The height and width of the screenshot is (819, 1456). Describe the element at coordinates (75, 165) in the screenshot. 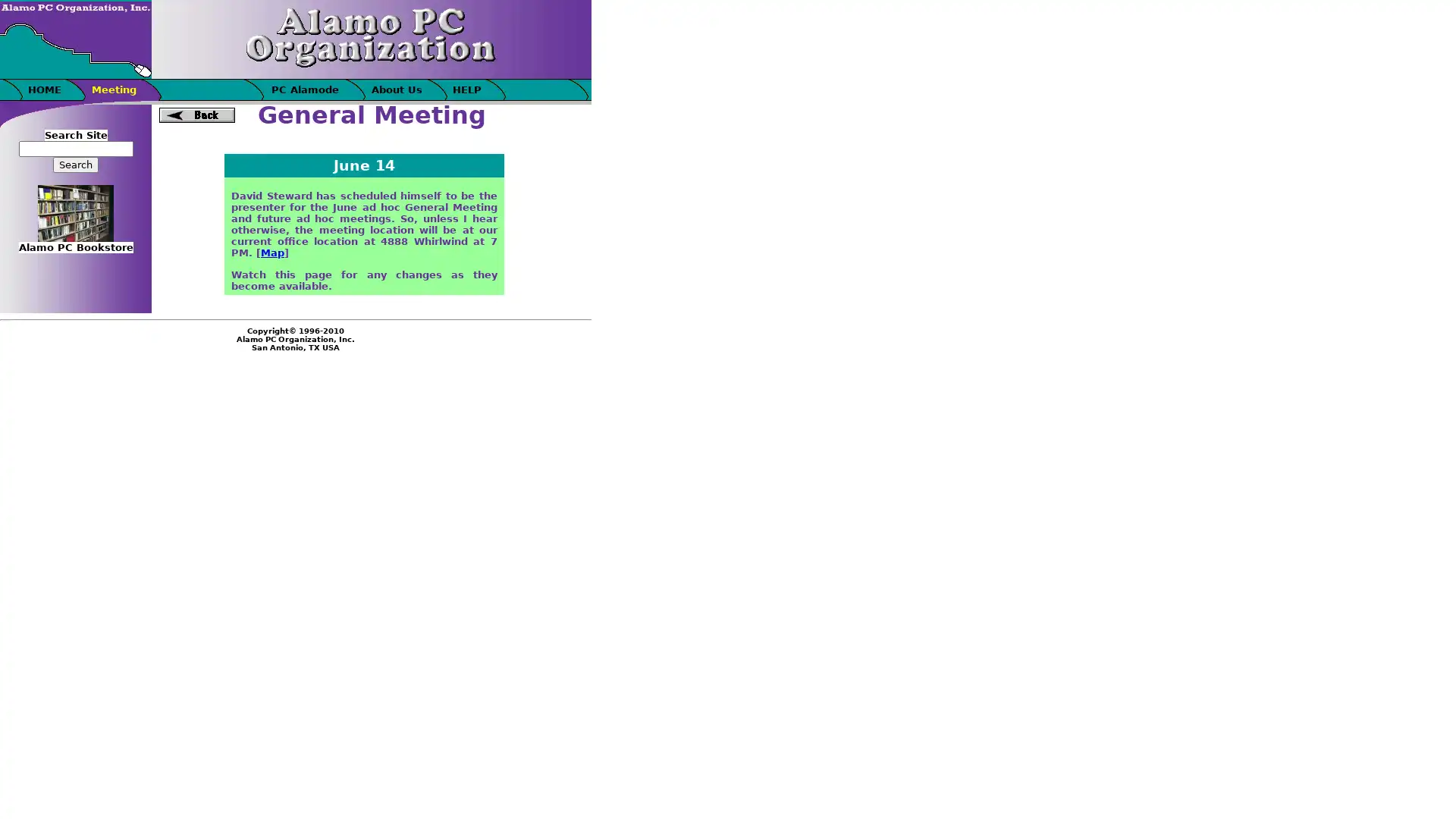

I see `Search` at that location.